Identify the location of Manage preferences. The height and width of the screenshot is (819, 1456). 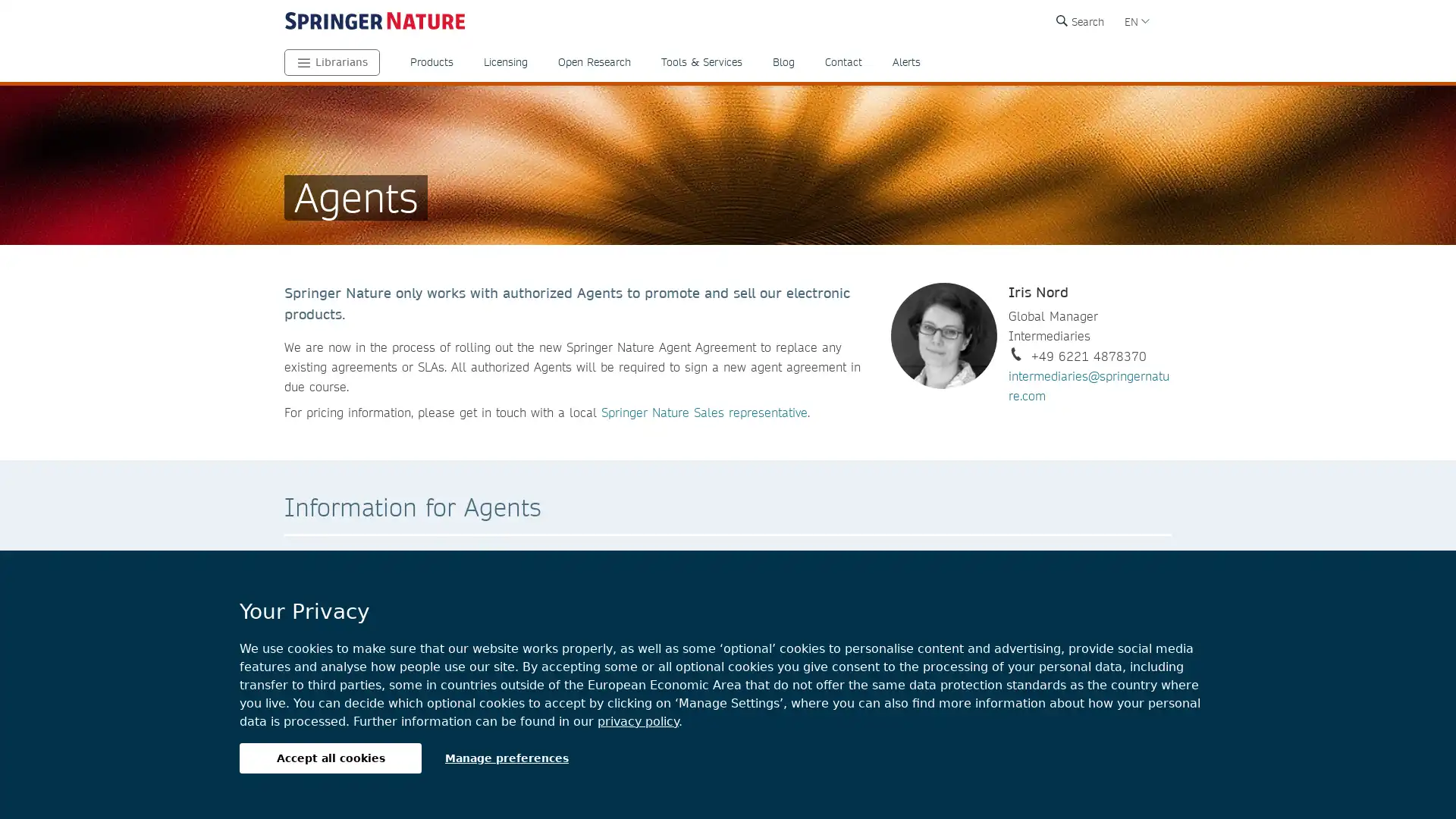
(507, 758).